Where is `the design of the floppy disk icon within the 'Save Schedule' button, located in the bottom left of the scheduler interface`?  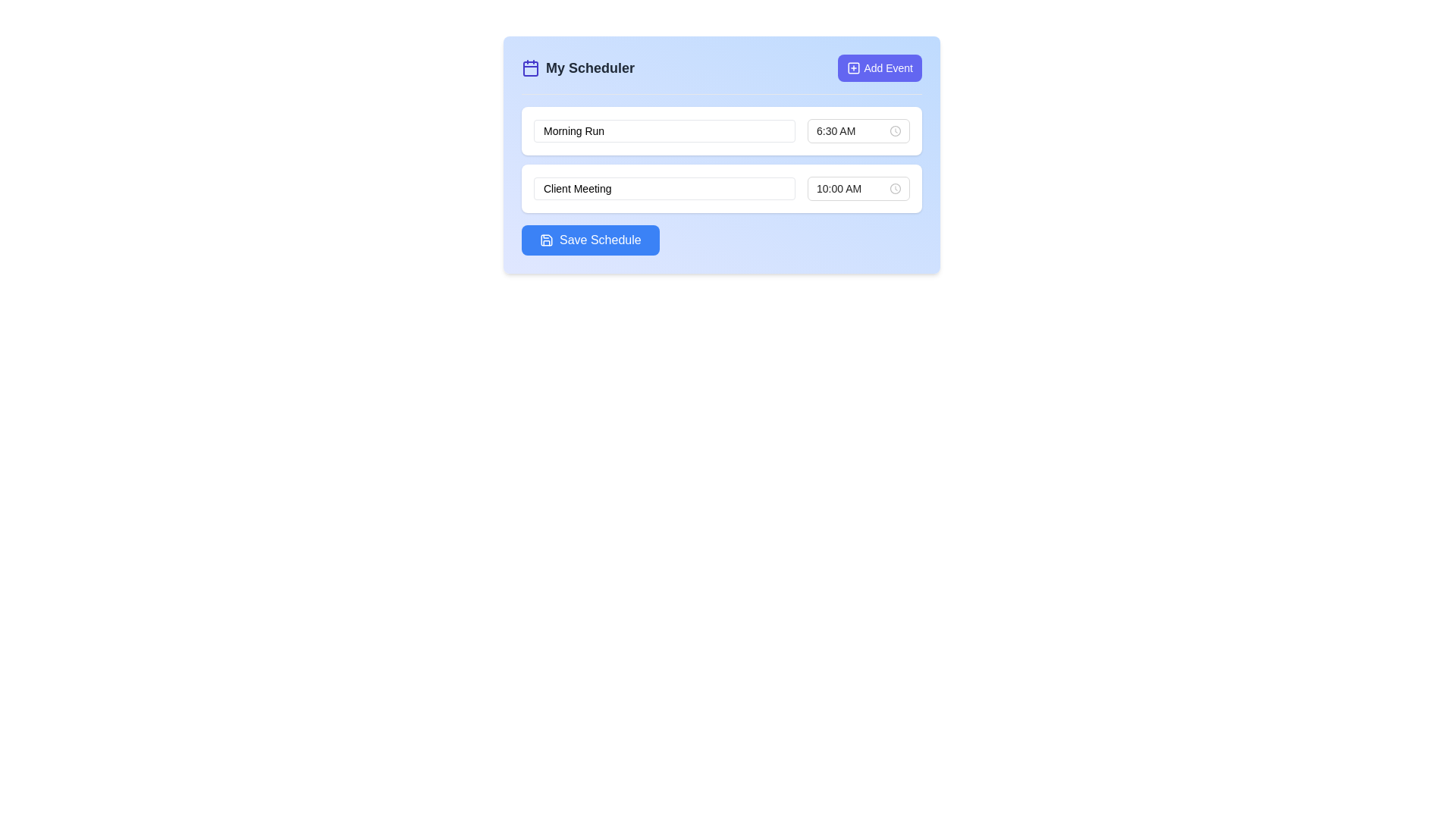 the design of the floppy disk icon within the 'Save Schedule' button, located in the bottom left of the scheduler interface is located at coordinates (546, 239).